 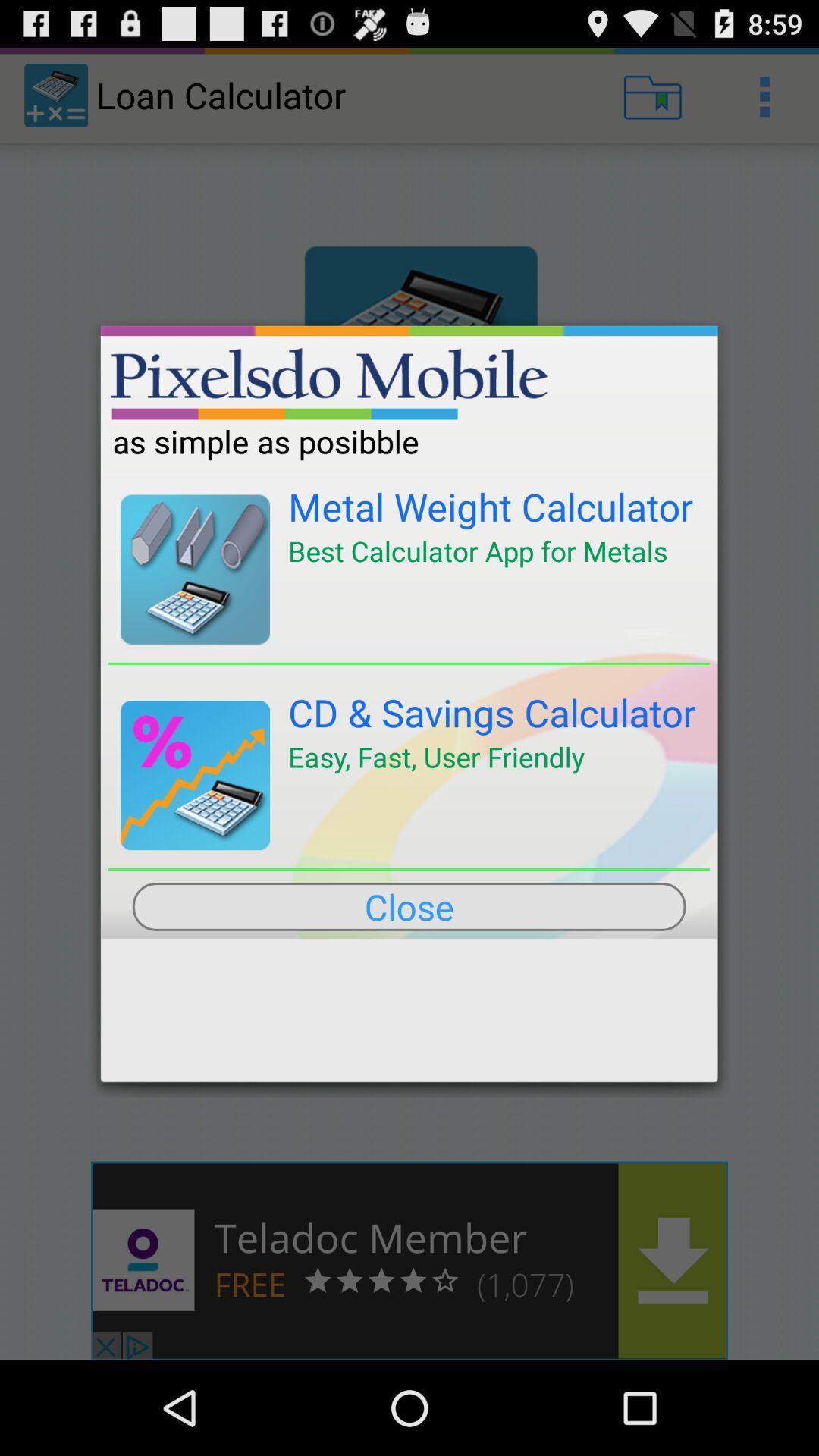 What do you see at coordinates (491, 507) in the screenshot?
I see `the metal weight calculator icon` at bounding box center [491, 507].